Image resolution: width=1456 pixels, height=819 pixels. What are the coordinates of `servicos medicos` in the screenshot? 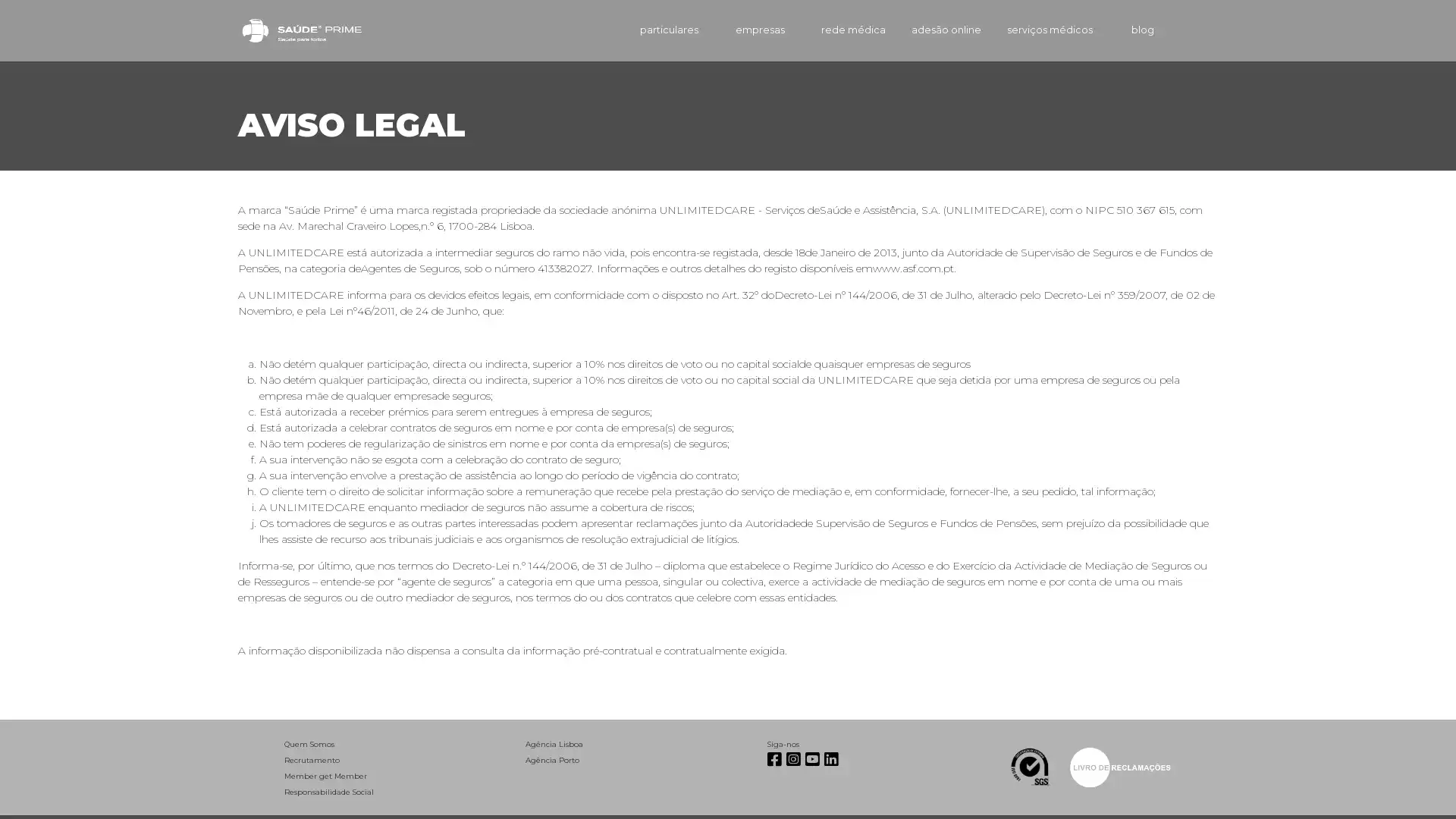 It's located at (1040, 30).